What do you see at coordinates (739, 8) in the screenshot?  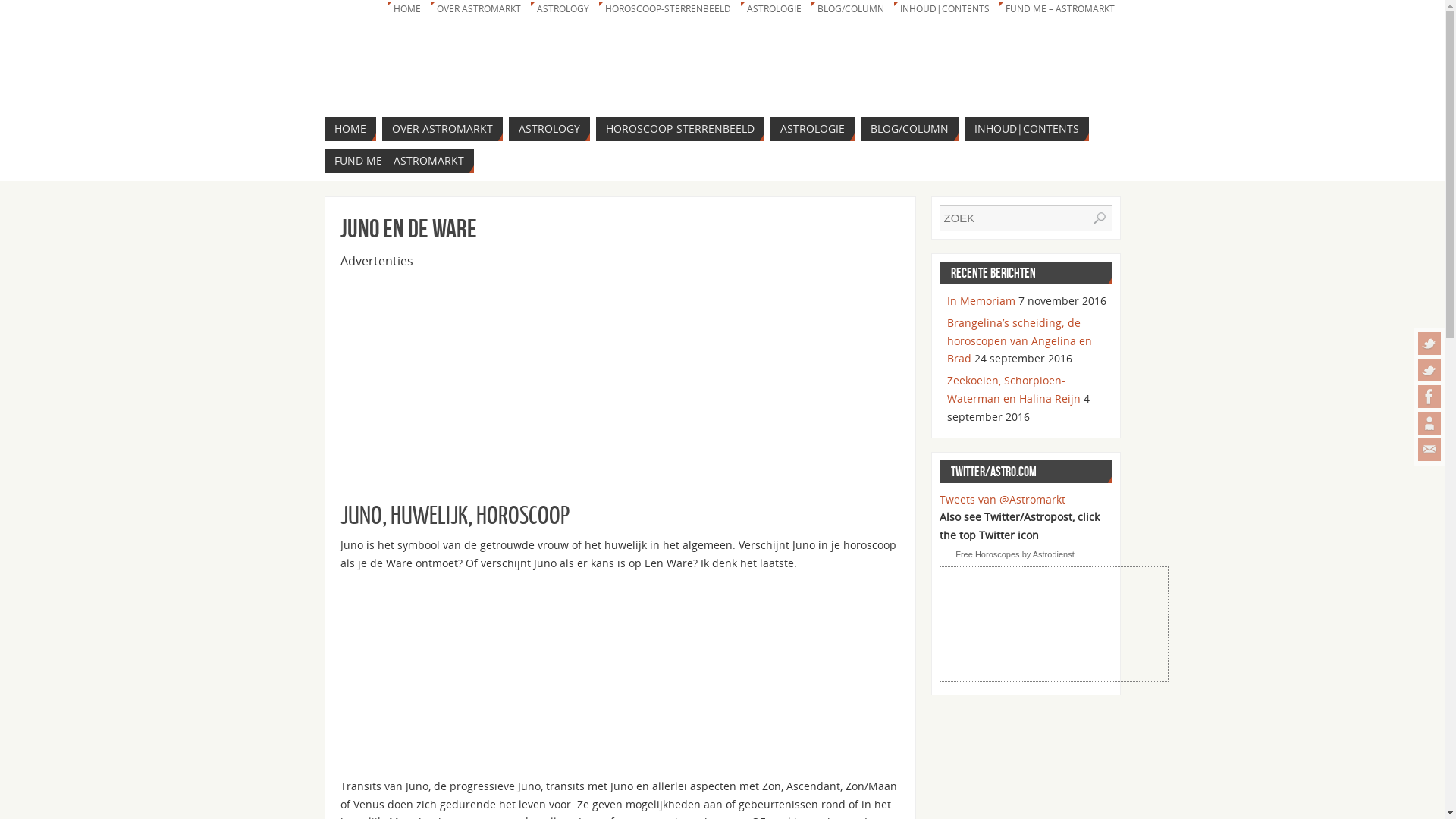 I see `'ASTROLOGIE'` at bounding box center [739, 8].